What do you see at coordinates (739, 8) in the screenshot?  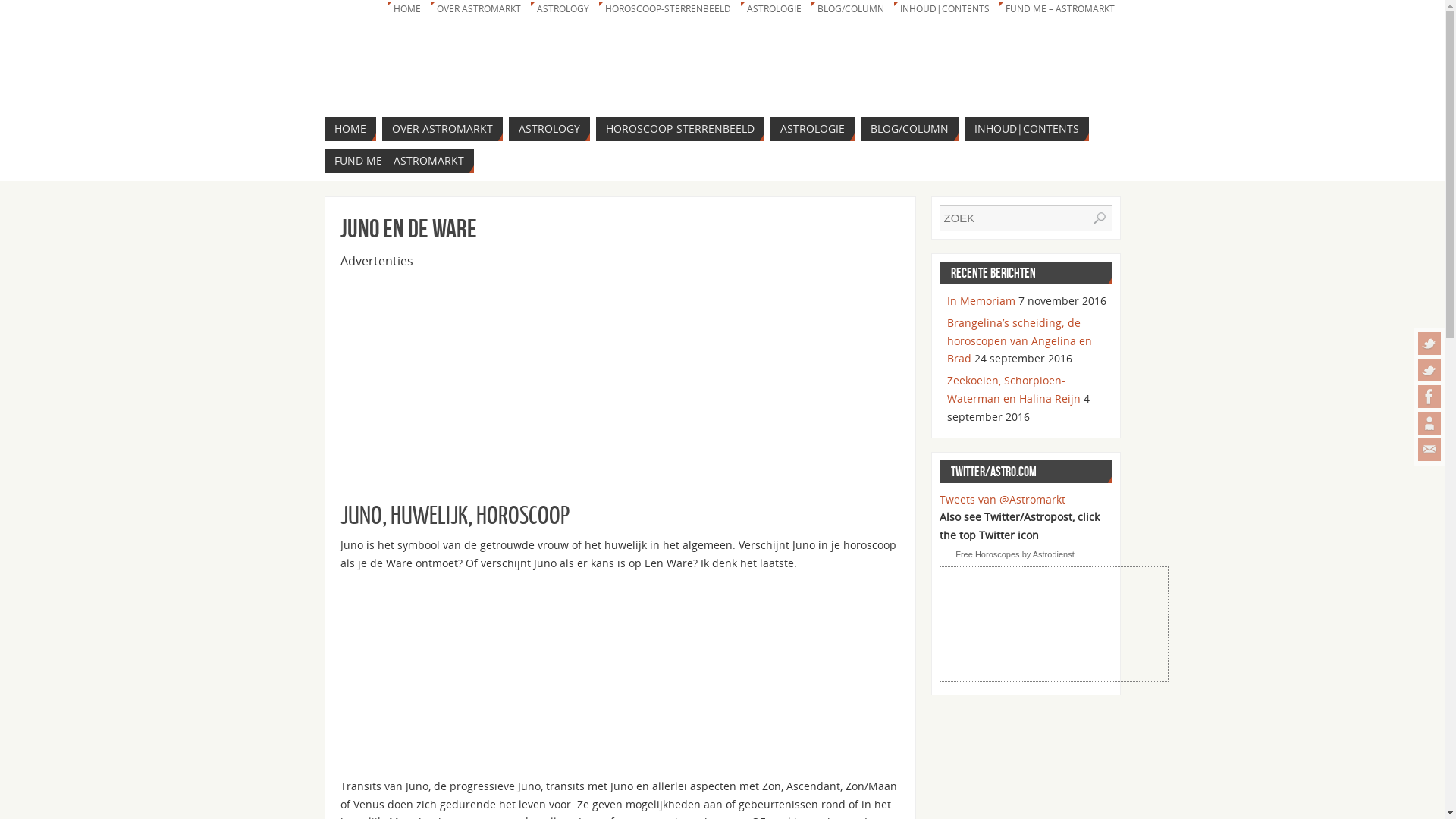 I see `'ASTROLOGIE'` at bounding box center [739, 8].